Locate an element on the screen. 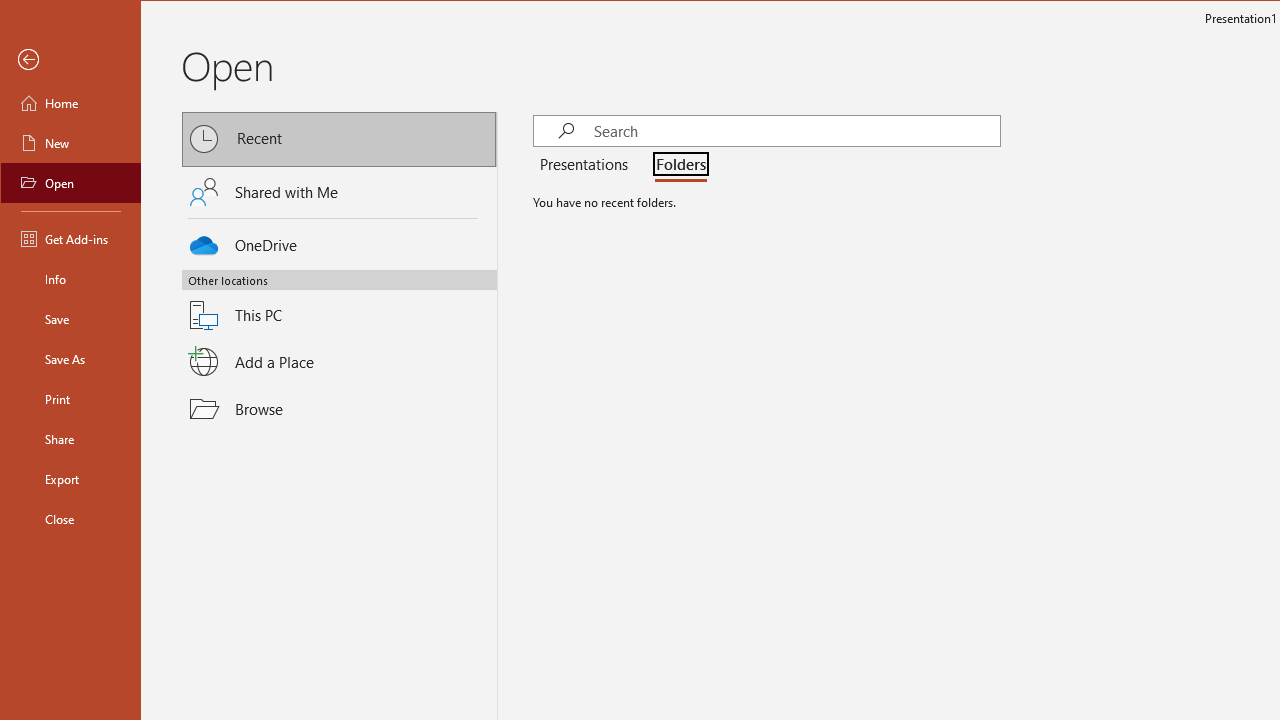 The height and width of the screenshot is (720, 1280). 'New' is located at coordinates (71, 141).